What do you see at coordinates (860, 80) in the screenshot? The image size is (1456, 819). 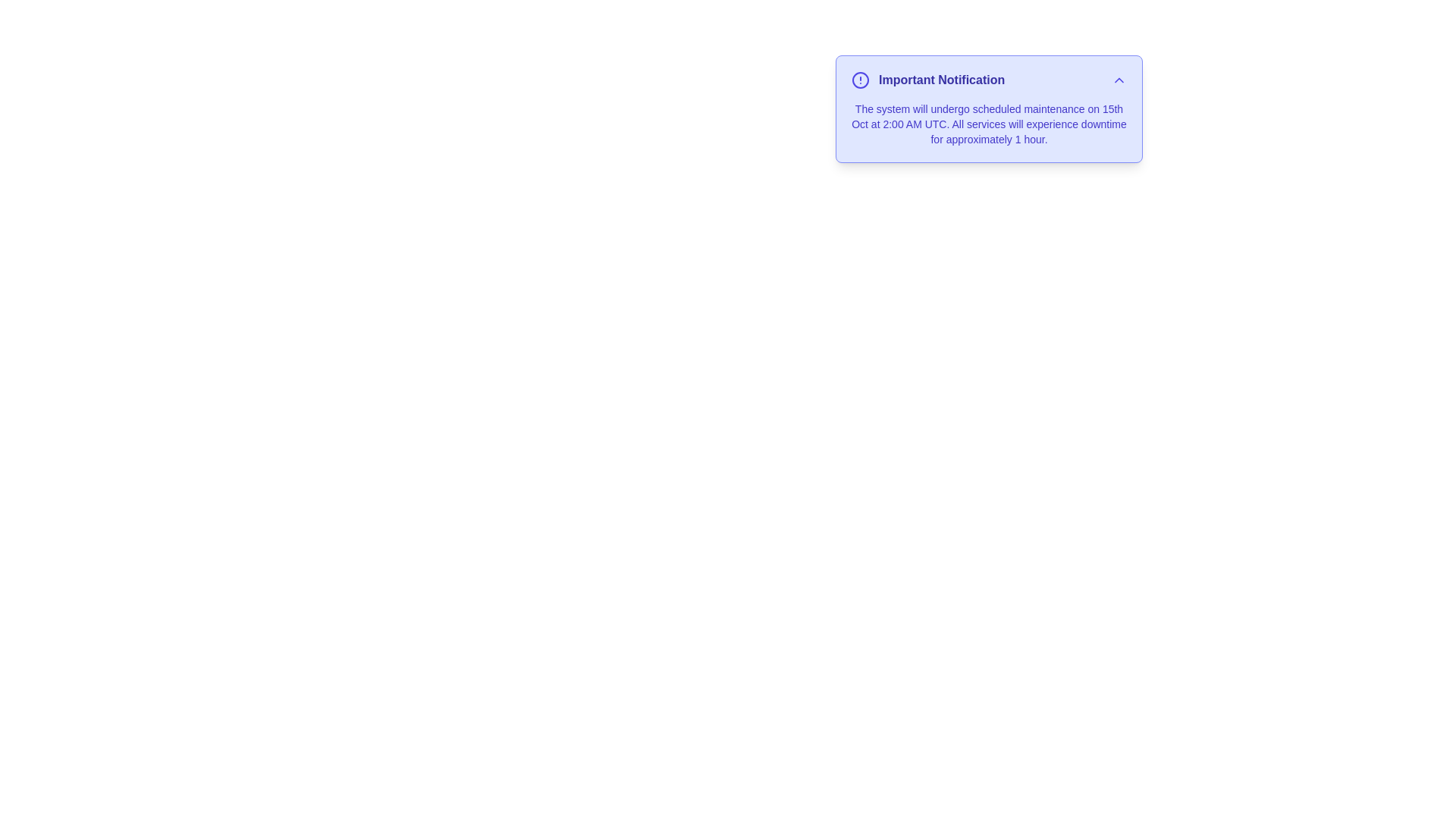 I see `the alert icon to trigger its associated action` at bounding box center [860, 80].